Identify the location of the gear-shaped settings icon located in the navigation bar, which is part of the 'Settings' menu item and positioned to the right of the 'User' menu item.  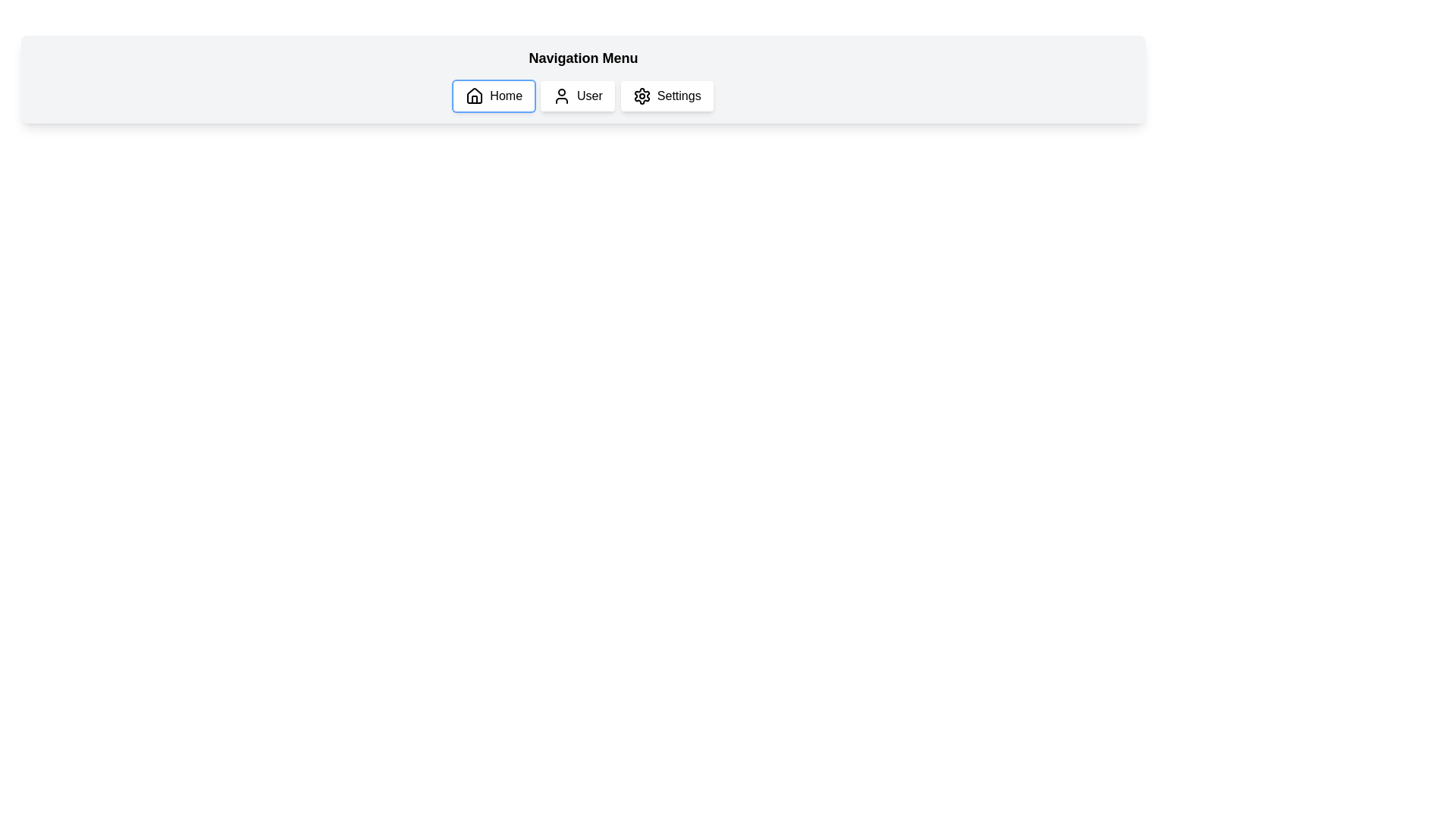
(642, 96).